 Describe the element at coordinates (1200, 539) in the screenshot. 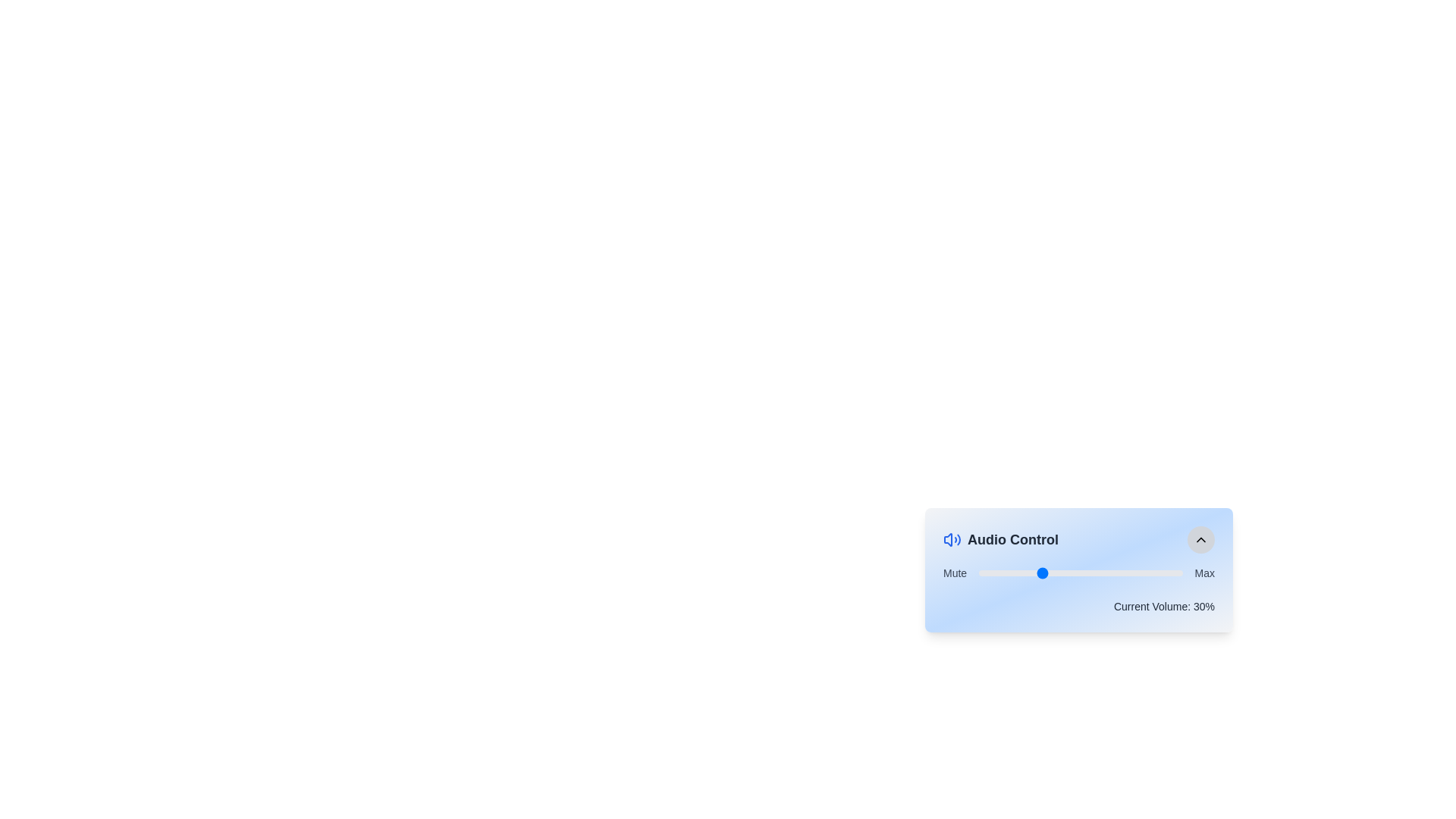

I see `the small circular button with a grey background and an upward pointing chevron icon located at the top-right corner of the 'Audio Control' component` at that location.